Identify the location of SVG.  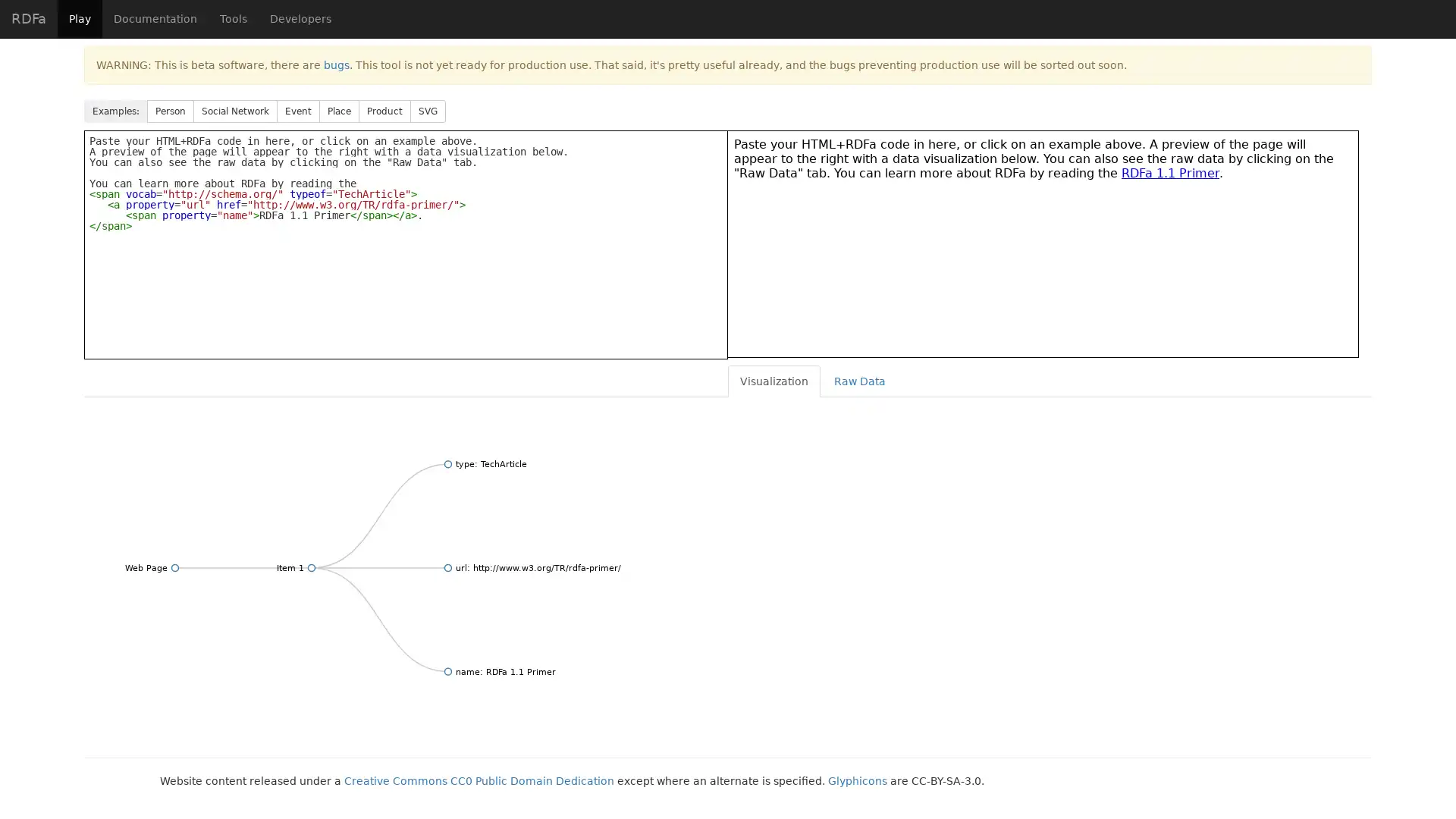
(427, 110).